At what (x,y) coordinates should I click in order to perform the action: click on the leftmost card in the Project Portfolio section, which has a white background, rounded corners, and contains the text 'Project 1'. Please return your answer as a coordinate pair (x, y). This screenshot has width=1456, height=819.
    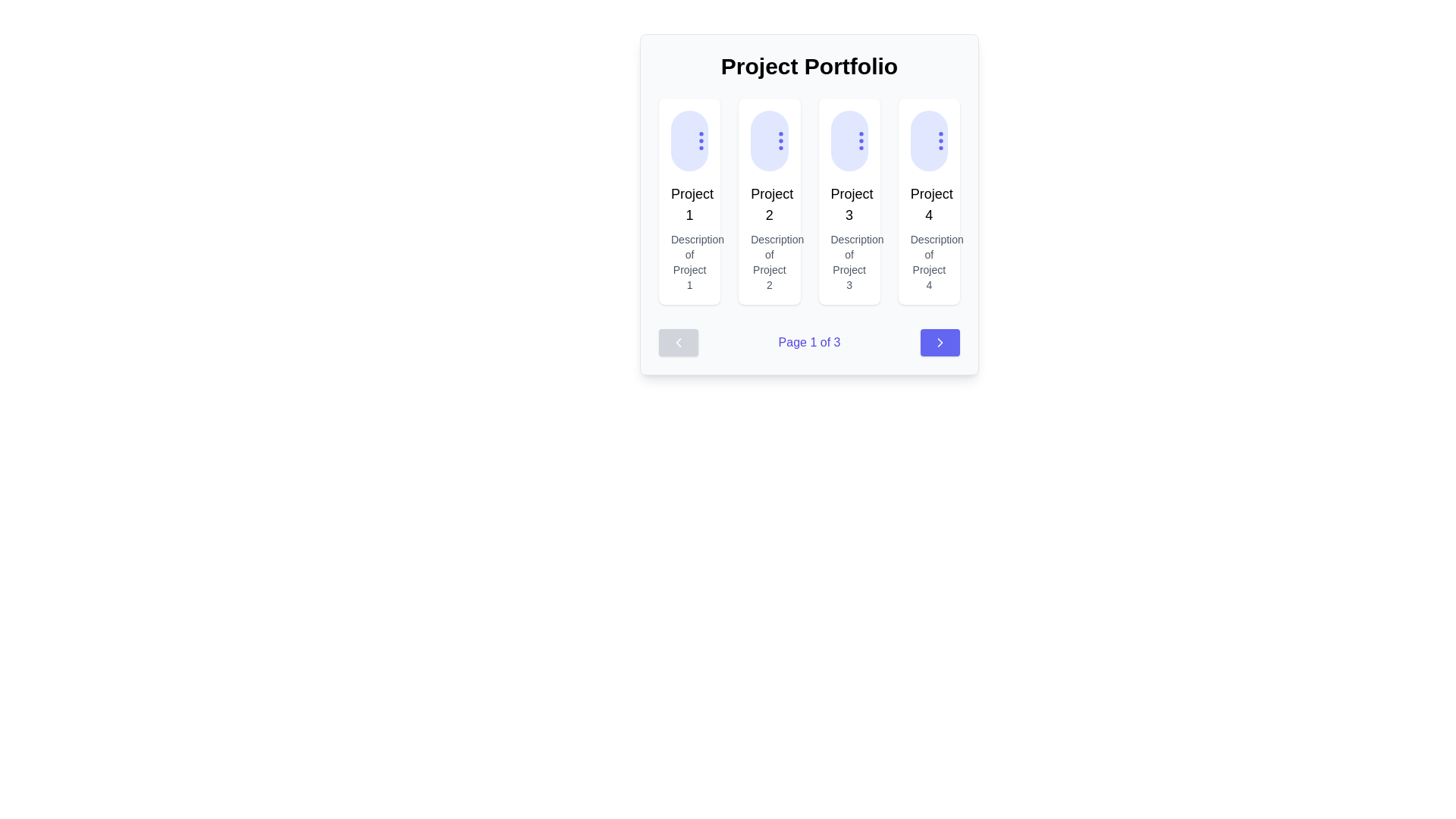
    Looking at the image, I should click on (689, 201).